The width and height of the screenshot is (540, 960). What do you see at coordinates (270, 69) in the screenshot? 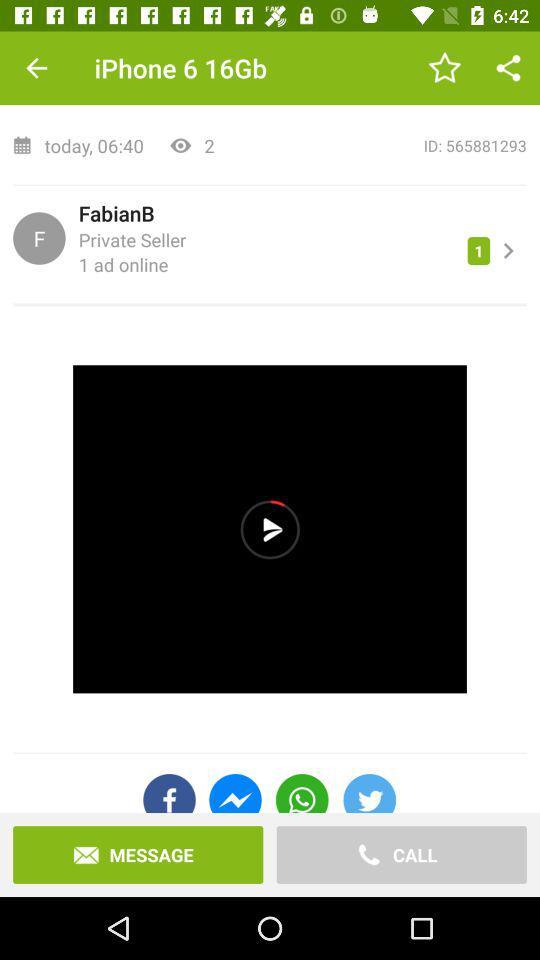
I see `top zustand mit item` at bounding box center [270, 69].